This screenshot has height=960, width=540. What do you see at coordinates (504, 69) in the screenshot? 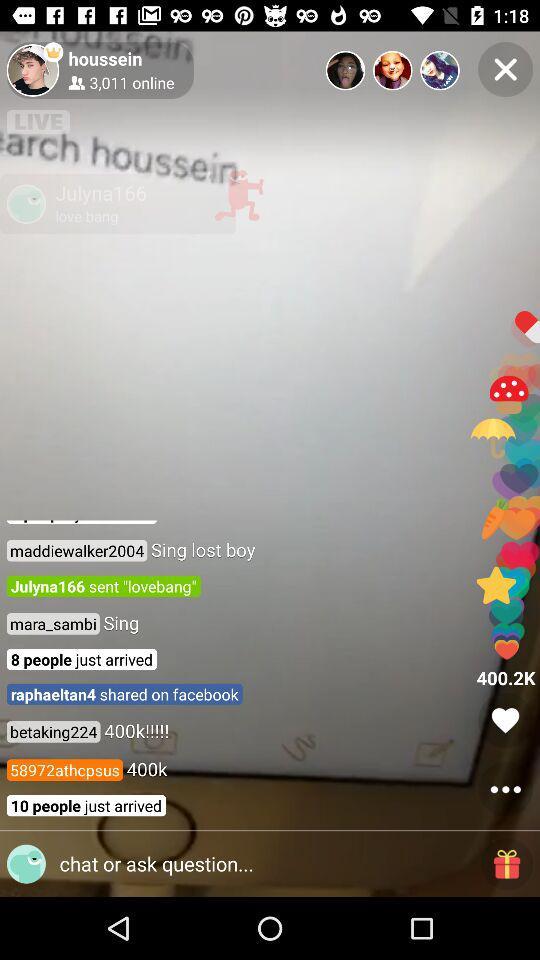
I see `the close icon` at bounding box center [504, 69].